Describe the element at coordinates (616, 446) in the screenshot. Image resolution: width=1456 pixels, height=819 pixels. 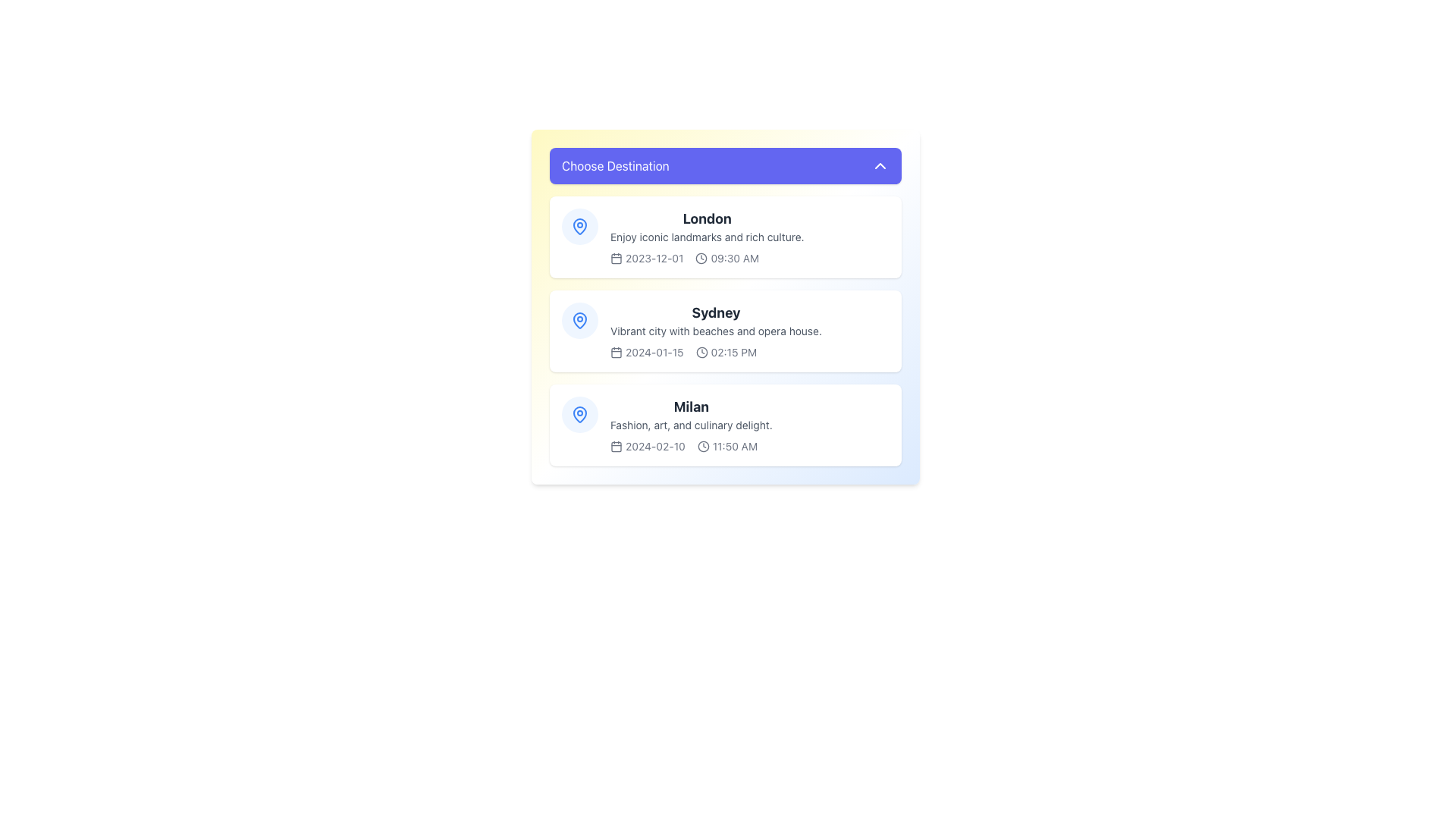
I see `the central icon element of the calendar, which is a small square with rounded corners styled with a red fill, located adjacent to the date text for Milan's travel date` at that location.